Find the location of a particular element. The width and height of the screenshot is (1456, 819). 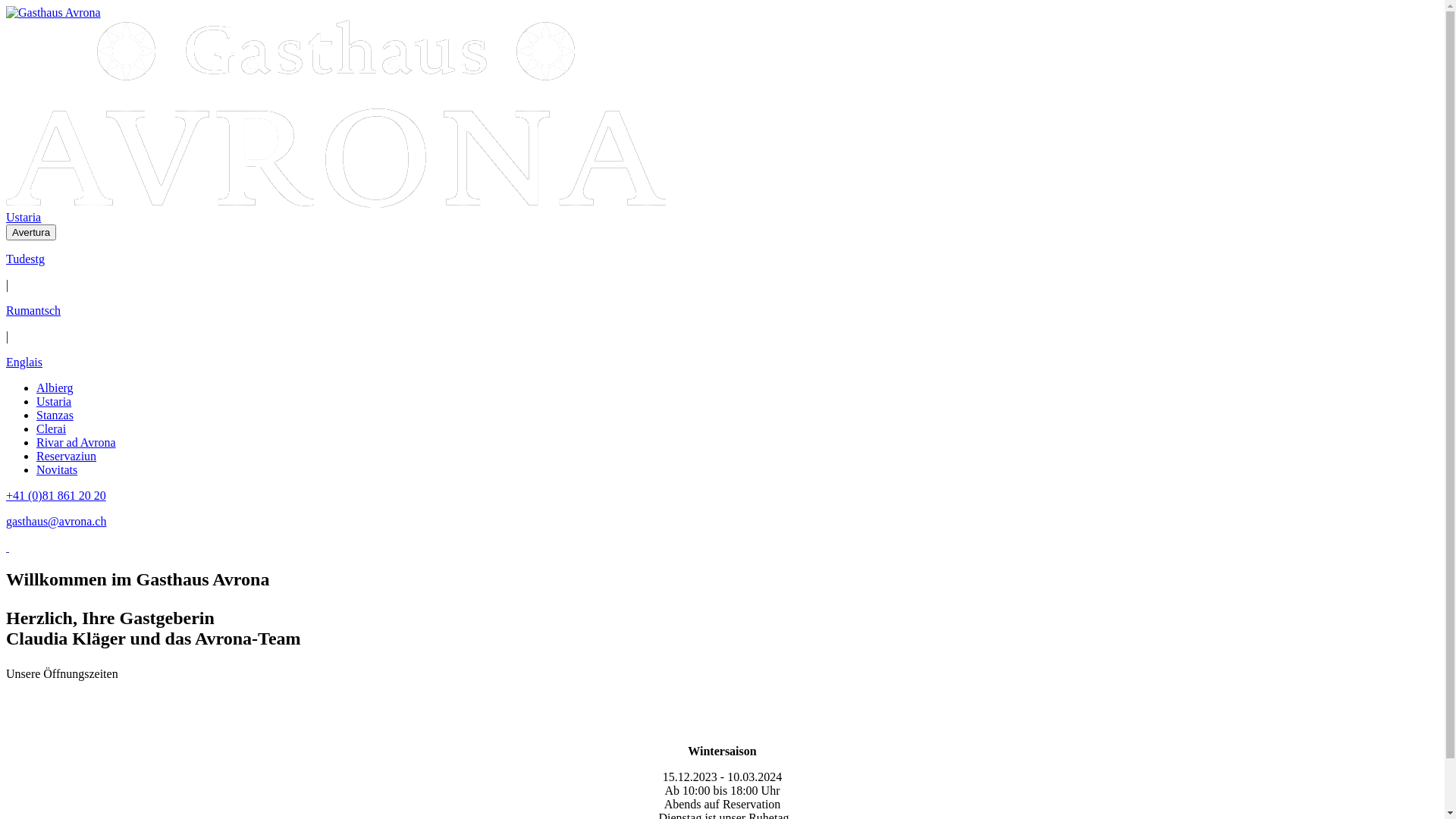

'gasthaus@avrona.ch' is located at coordinates (6, 520).